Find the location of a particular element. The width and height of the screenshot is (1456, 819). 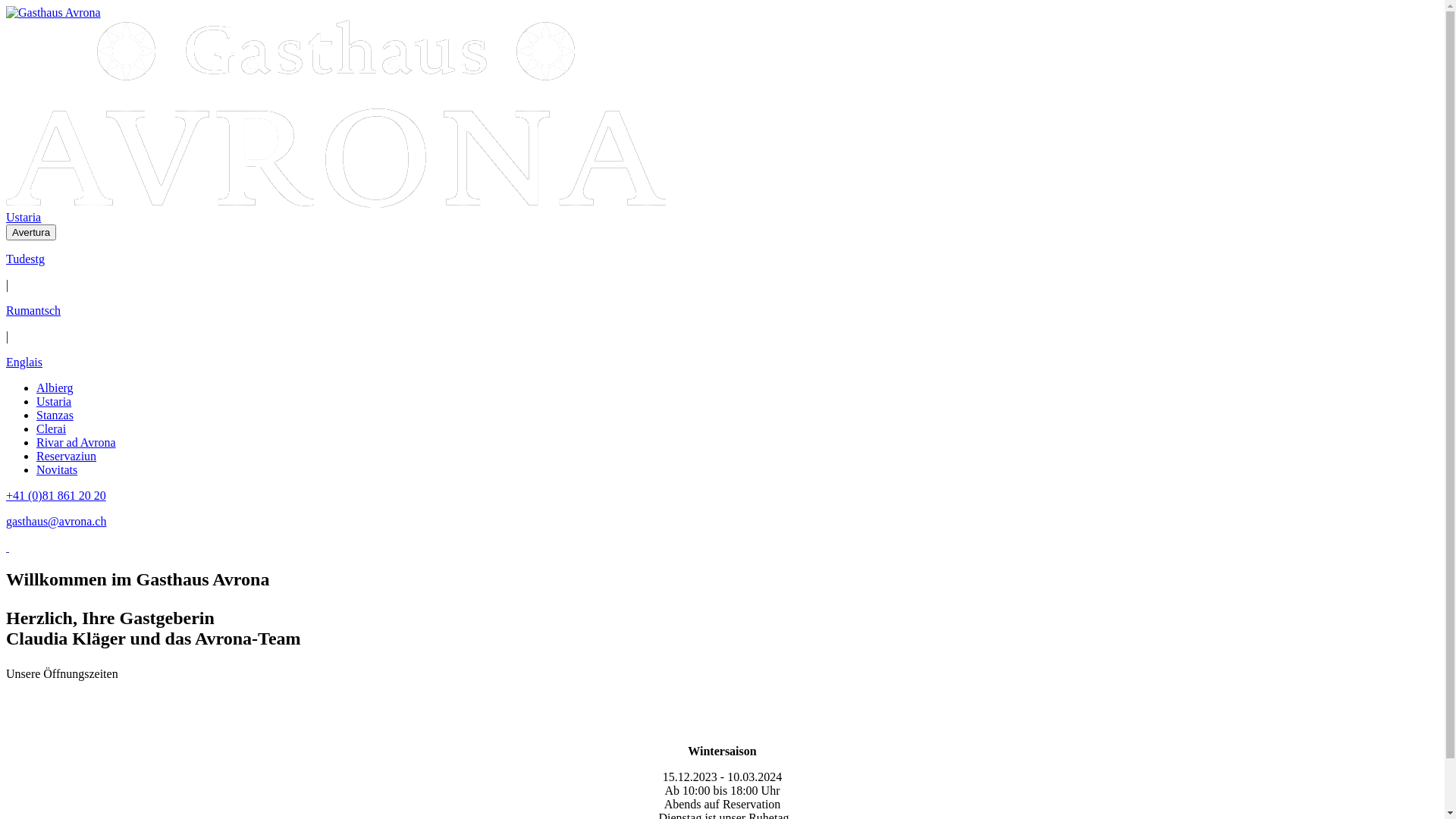

'gasthaus@avrona.ch' is located at coordinates (6, 520).